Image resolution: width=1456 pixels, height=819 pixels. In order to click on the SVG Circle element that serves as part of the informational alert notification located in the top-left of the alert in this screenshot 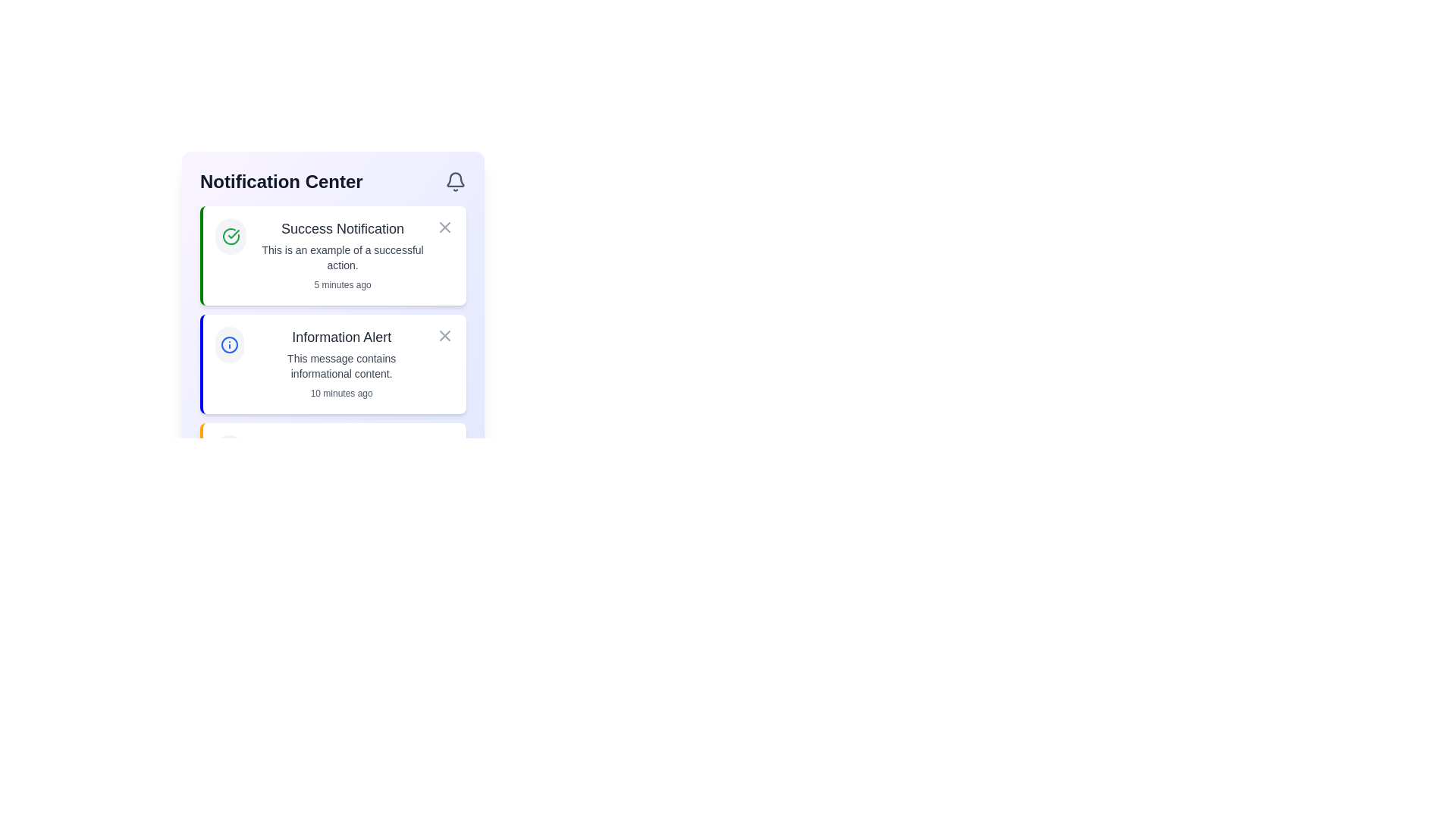, I will do `click(229, 345)`.